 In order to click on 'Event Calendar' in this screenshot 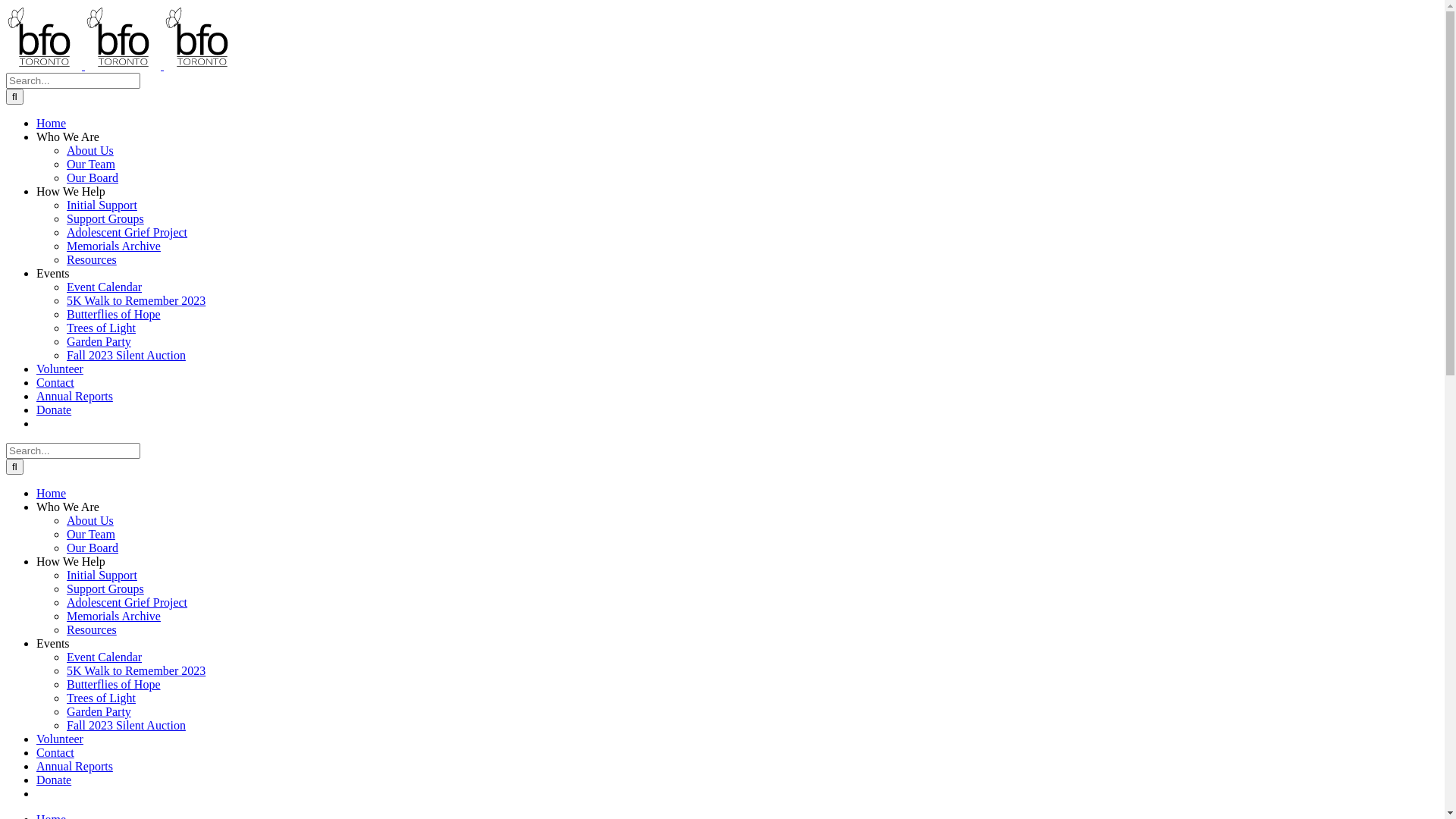, I will do `click(103, 287)`.